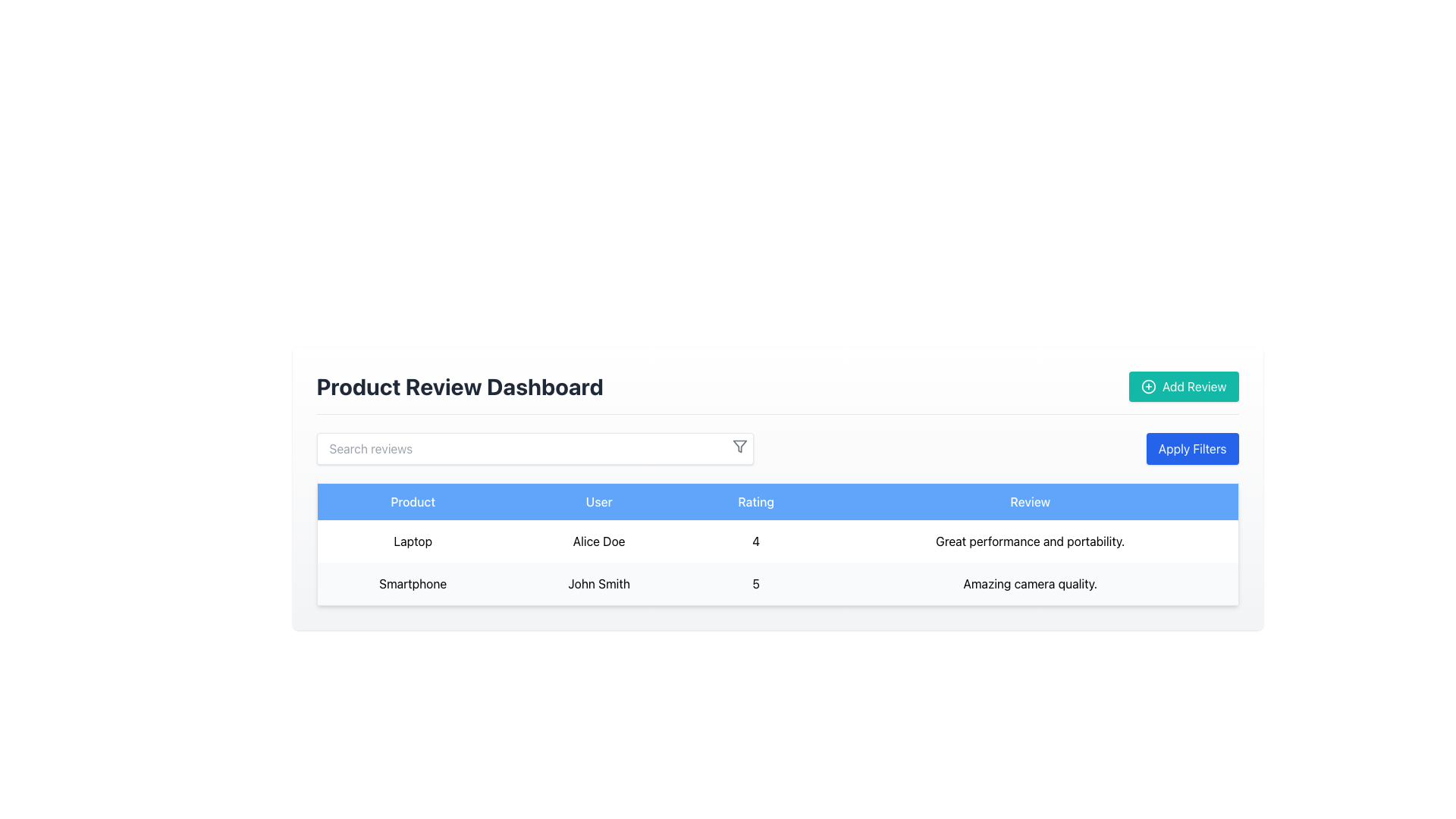  Describe the element at coordinates (777, 583) in the screenshot. I see `the second row of the product review table, which contains the entries 'Smartphone', 'John Smith', '5', and 'Amazing camera quality'` at that location.